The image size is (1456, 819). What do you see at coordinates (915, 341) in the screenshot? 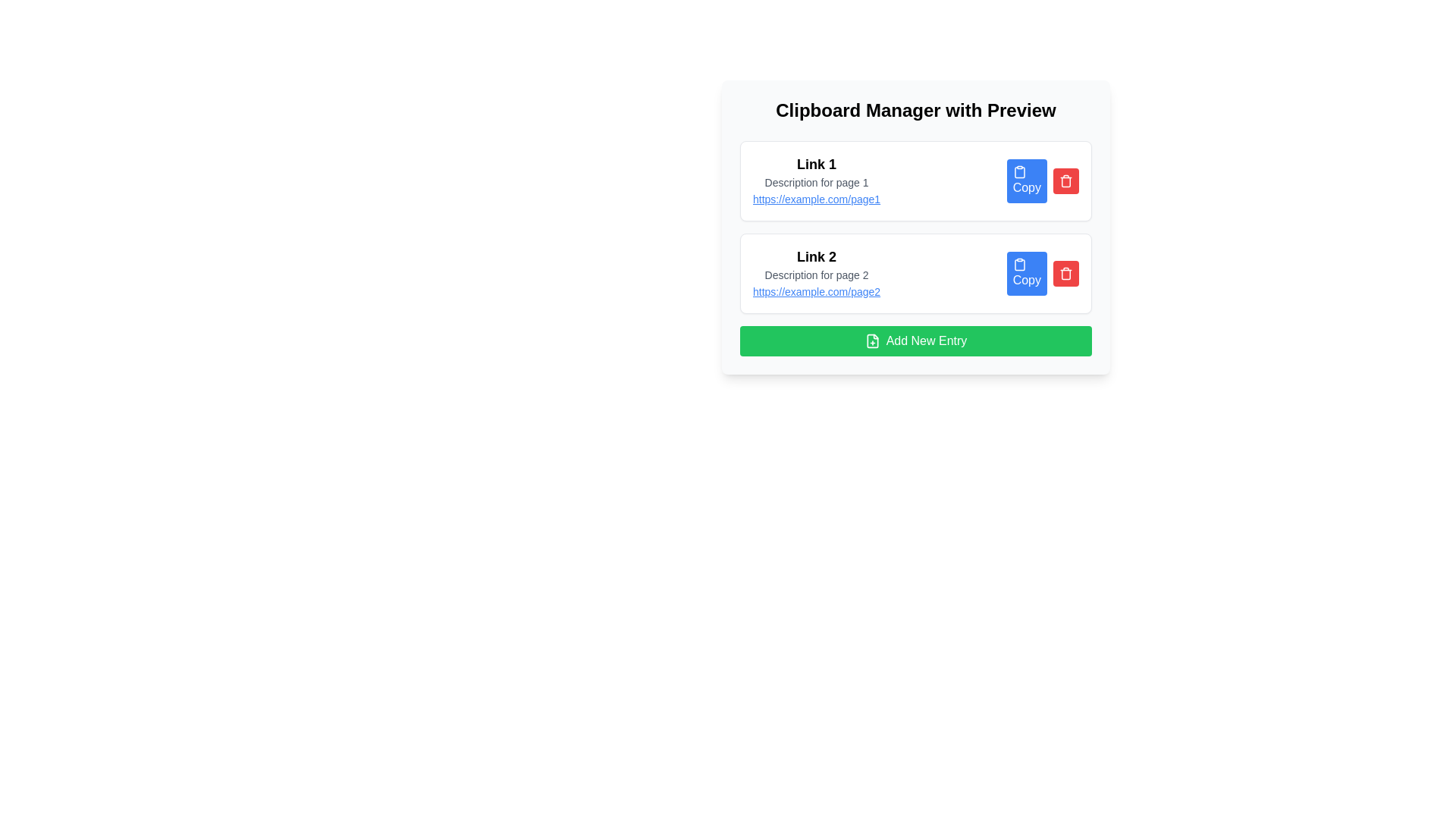
I see `the 'Add New Entry' button, which is a rectangular button with a green background and white text, located at the bottom of the 'Clipboard Manager with Preview' section` at bounding box center [915, 341].